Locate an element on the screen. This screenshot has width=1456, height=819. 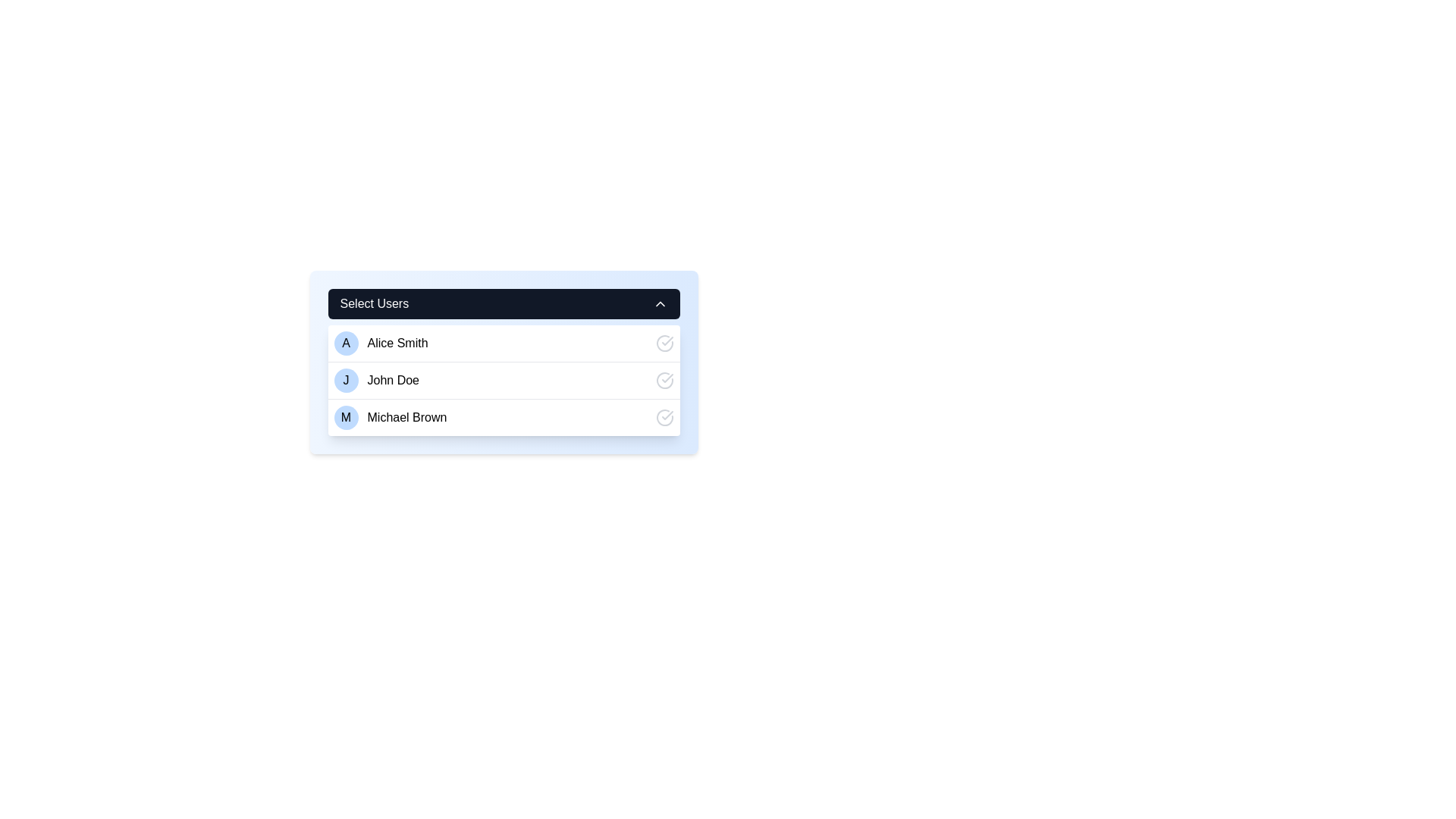
the circular icon with a checkmark located at the far-right side of the row labeled 'John Doe' in the 'Select Users' panel is located at coordinates (664, 379).